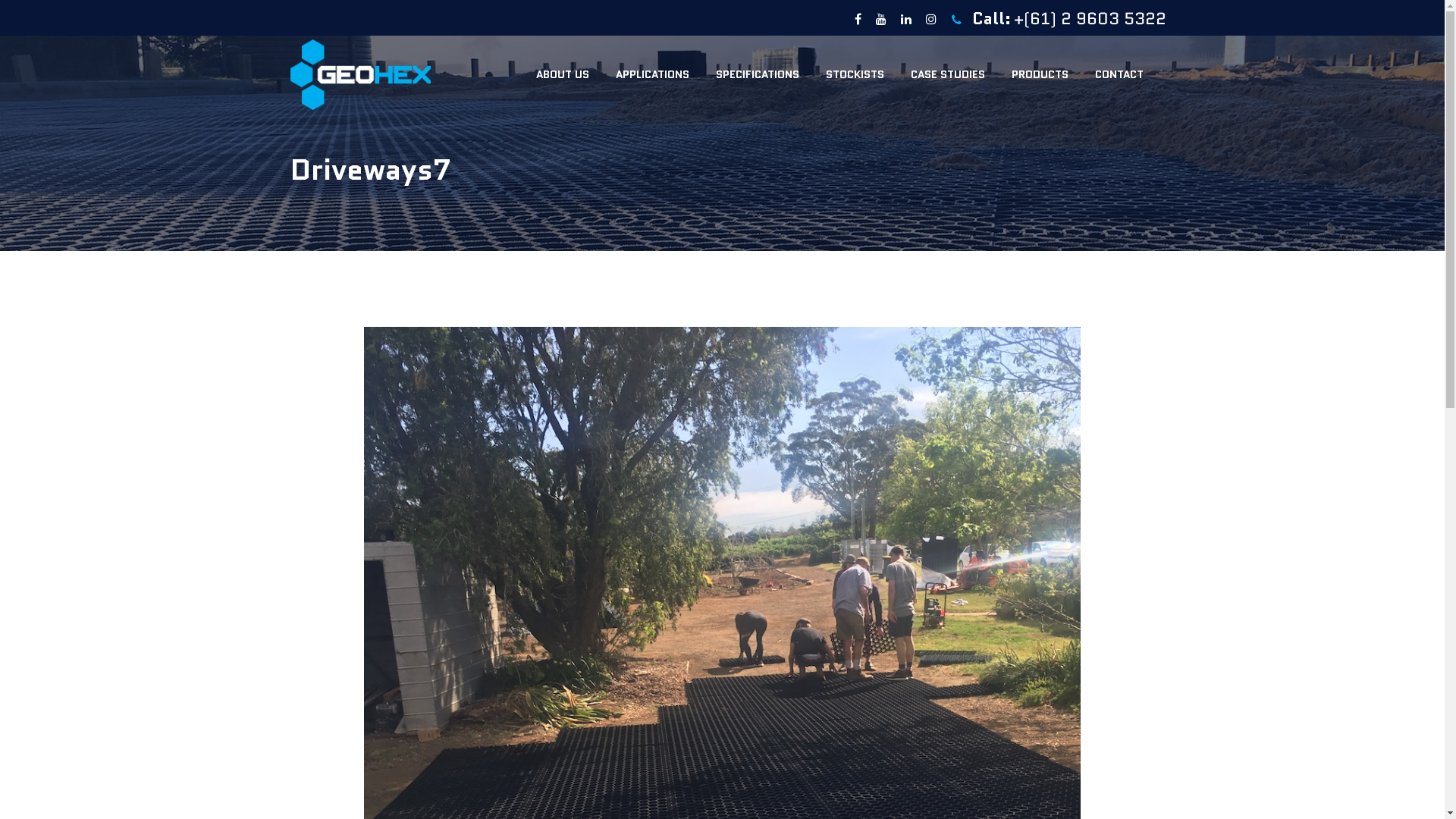 This screenshot has height=819, width=1456. What do you see at coordinates (562, 74) in the screenshot?
I see `'ABOUT US'` at bounding box center [562, 74].